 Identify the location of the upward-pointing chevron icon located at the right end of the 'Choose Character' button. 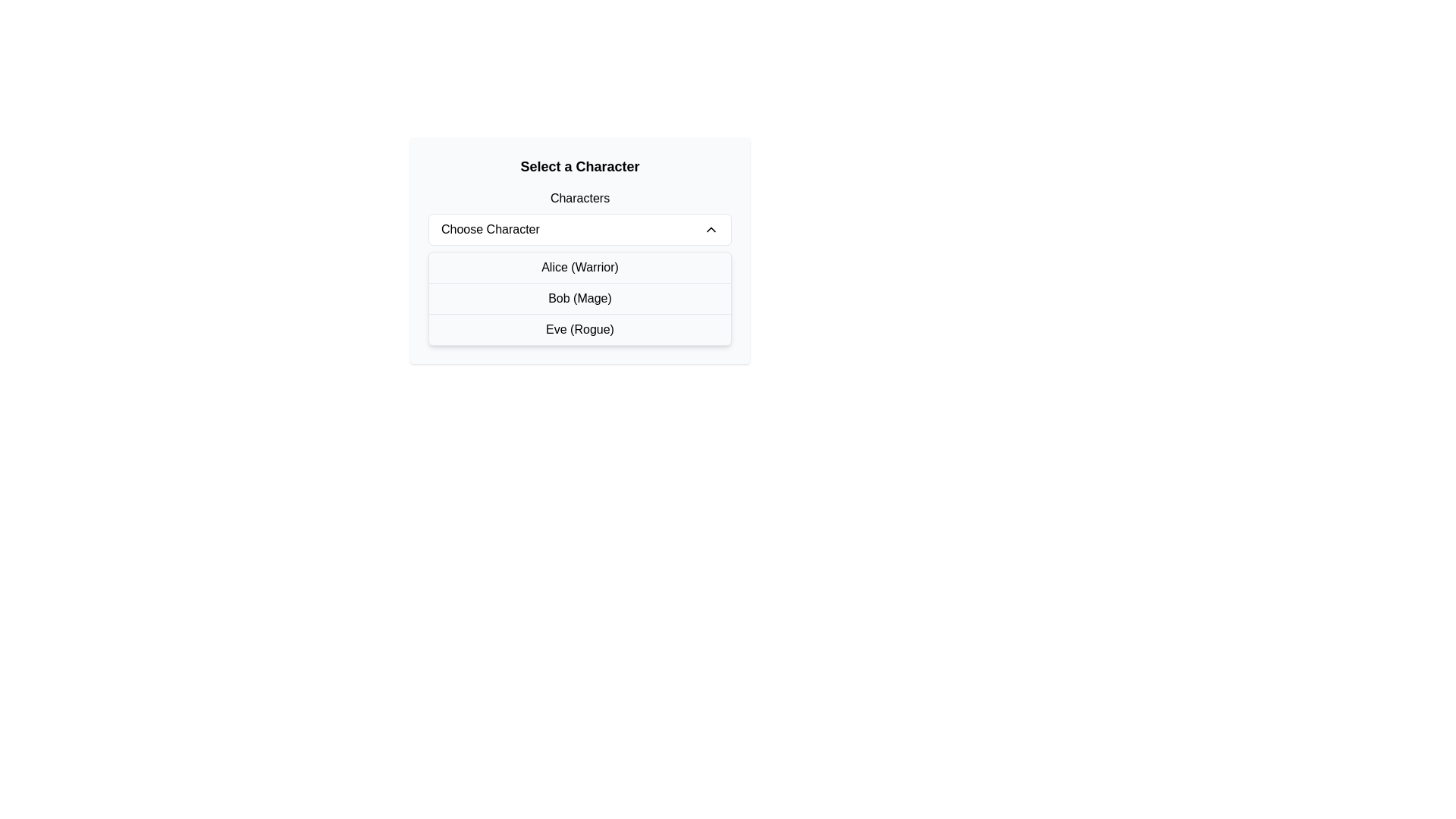
(710, 230).